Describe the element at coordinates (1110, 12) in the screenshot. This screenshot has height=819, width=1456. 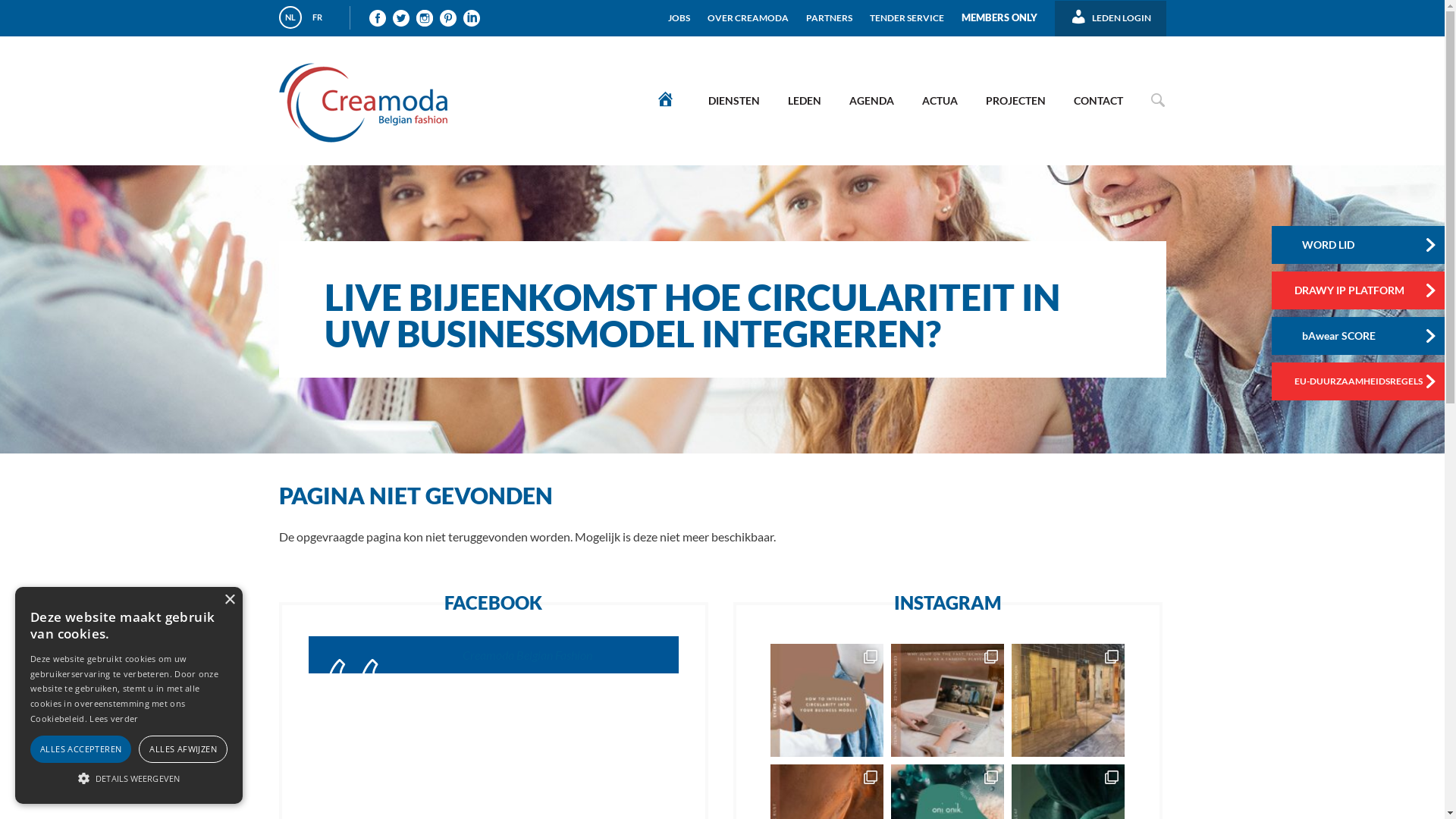
I see `'LEDEN LOGIN'` at that location.